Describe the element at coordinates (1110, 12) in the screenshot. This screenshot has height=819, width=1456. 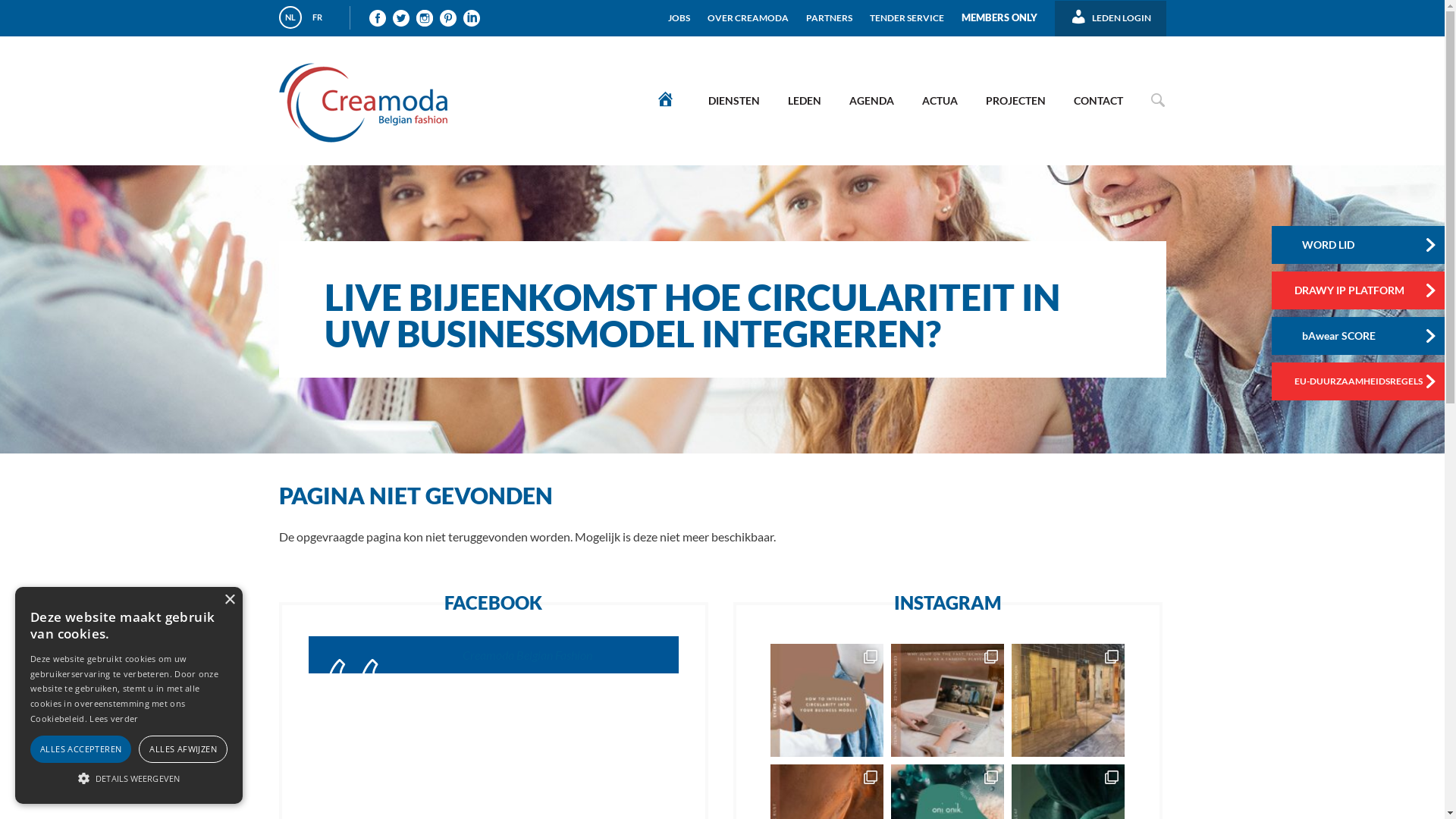
I see `'LEDEN LOGIN'` at that location.